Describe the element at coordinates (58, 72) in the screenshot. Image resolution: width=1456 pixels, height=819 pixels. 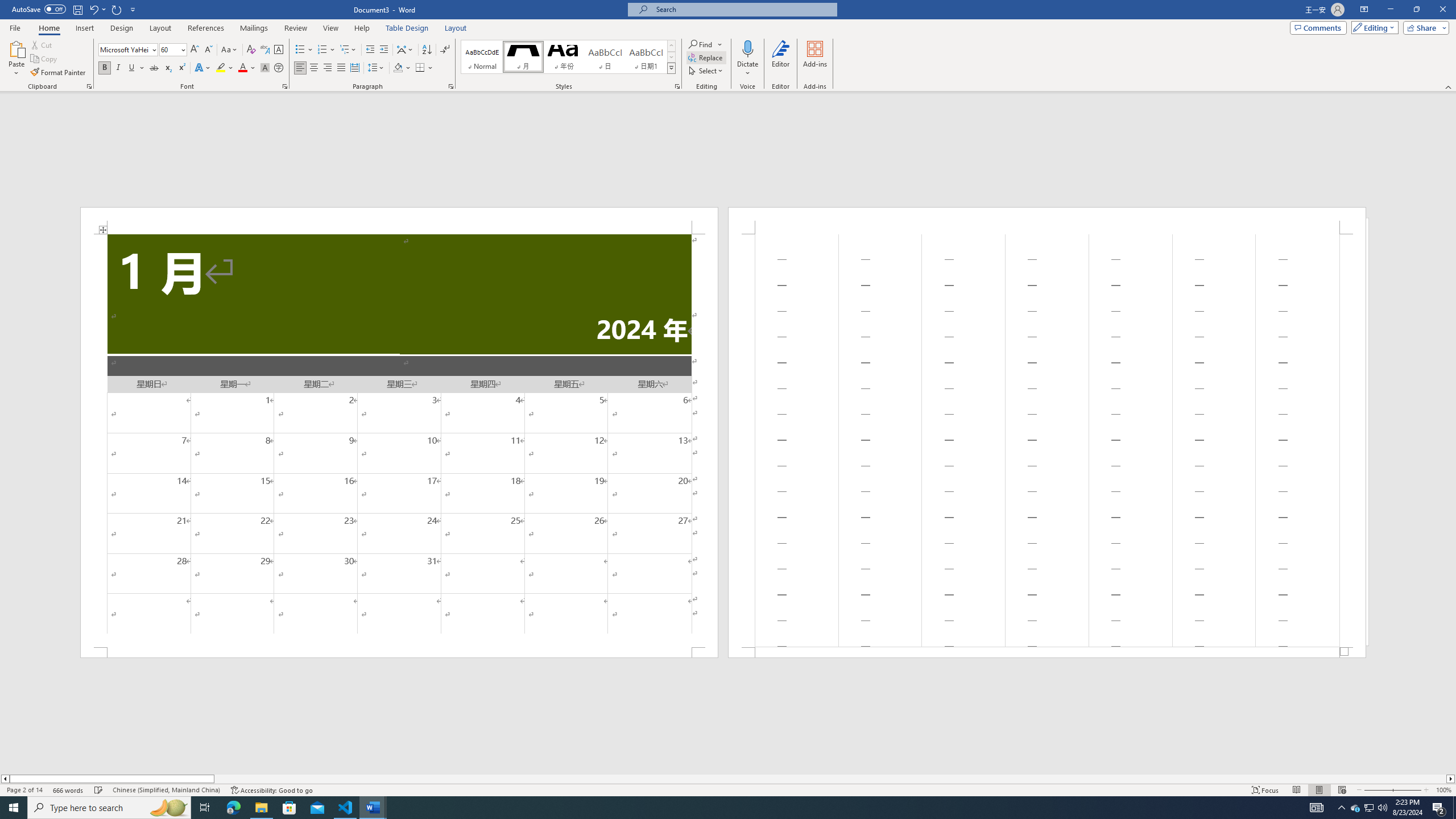
I see `'Format Painter'` at that location.